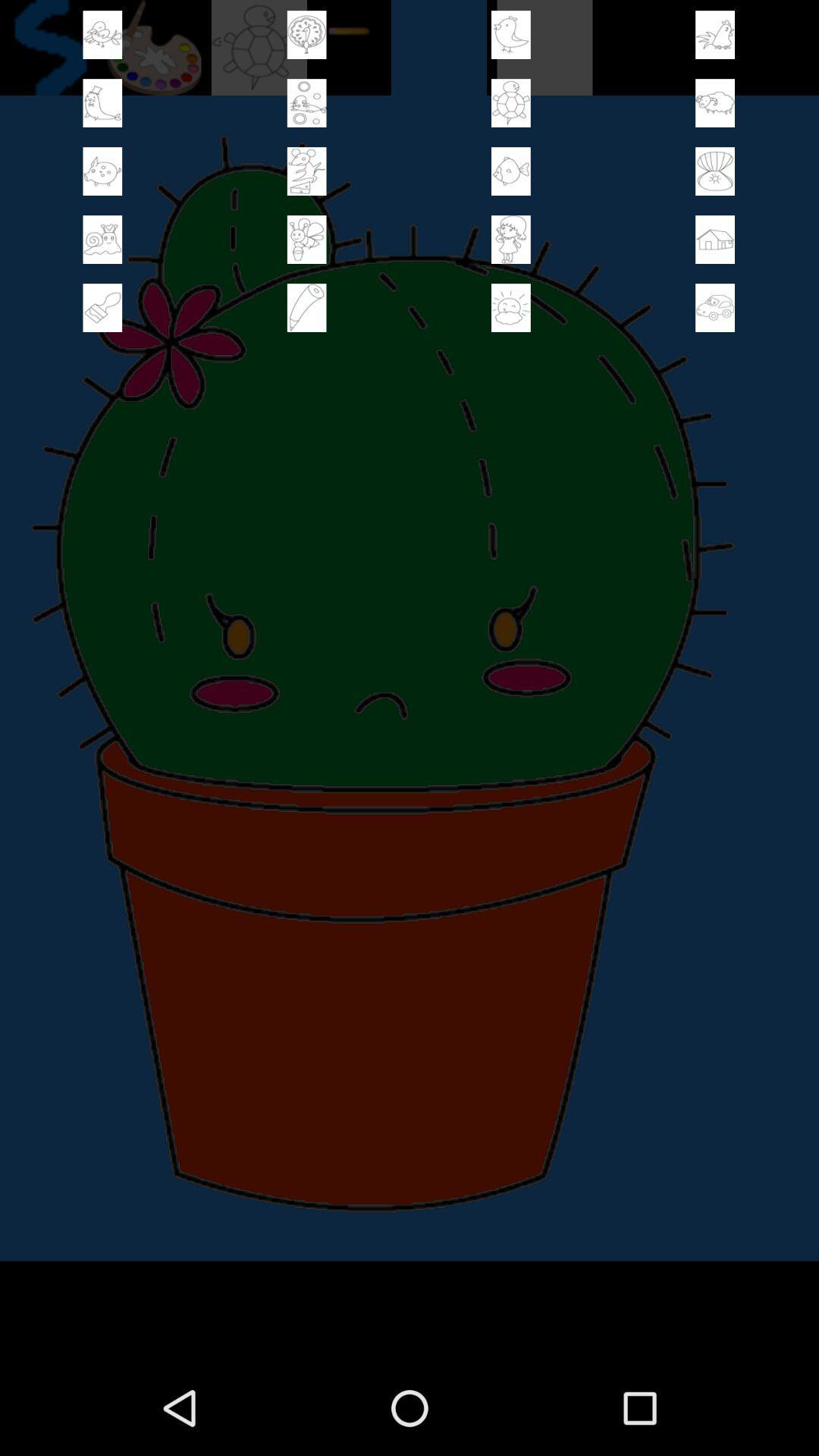  I want to click on photo, so click(306, 239).